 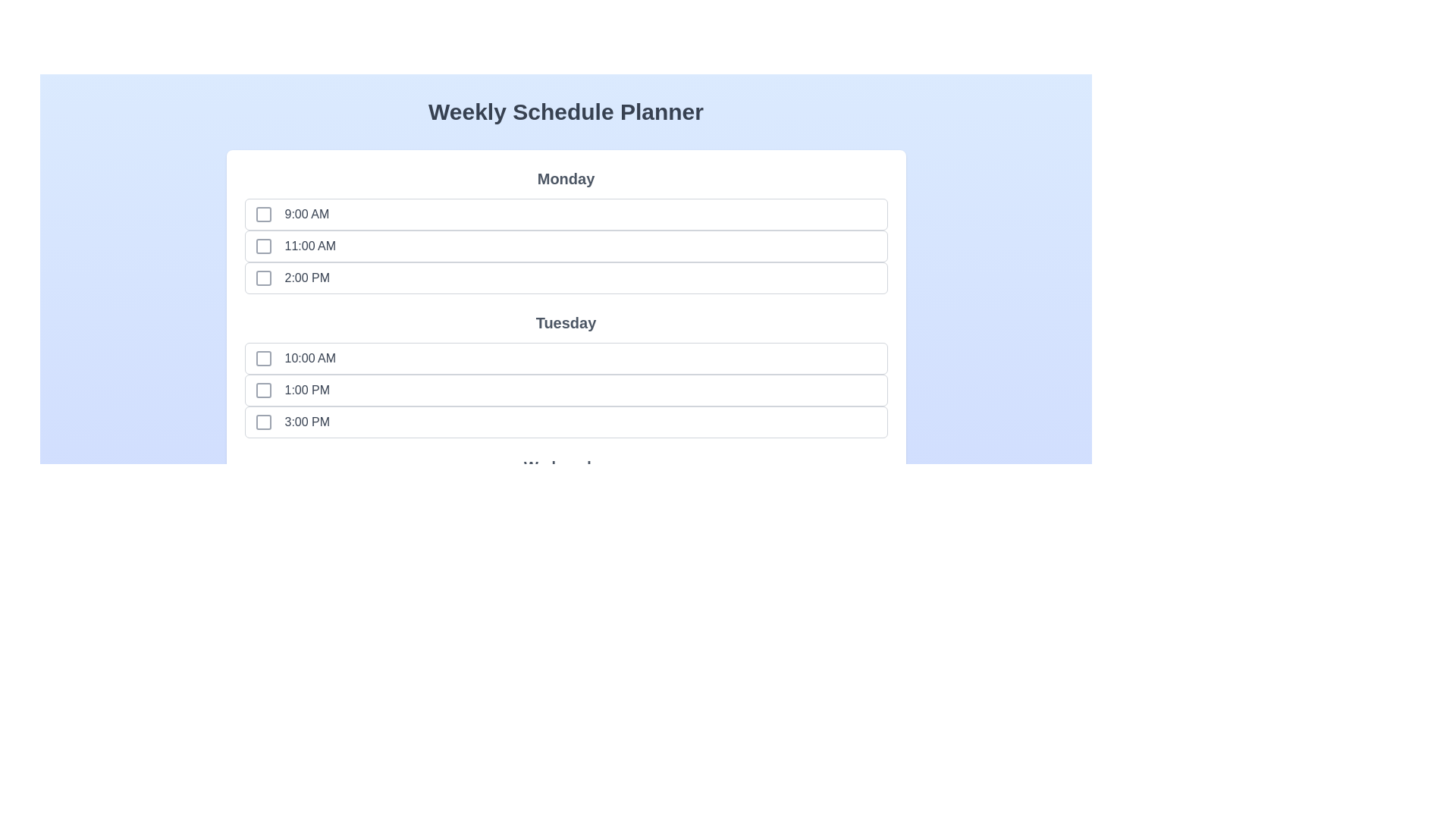 What do you see at coordinates (284, 278) in the screenshot?
I see `the time slot labeled 2:00 PM to observe the hover effect` at bounding box center [284, 278].